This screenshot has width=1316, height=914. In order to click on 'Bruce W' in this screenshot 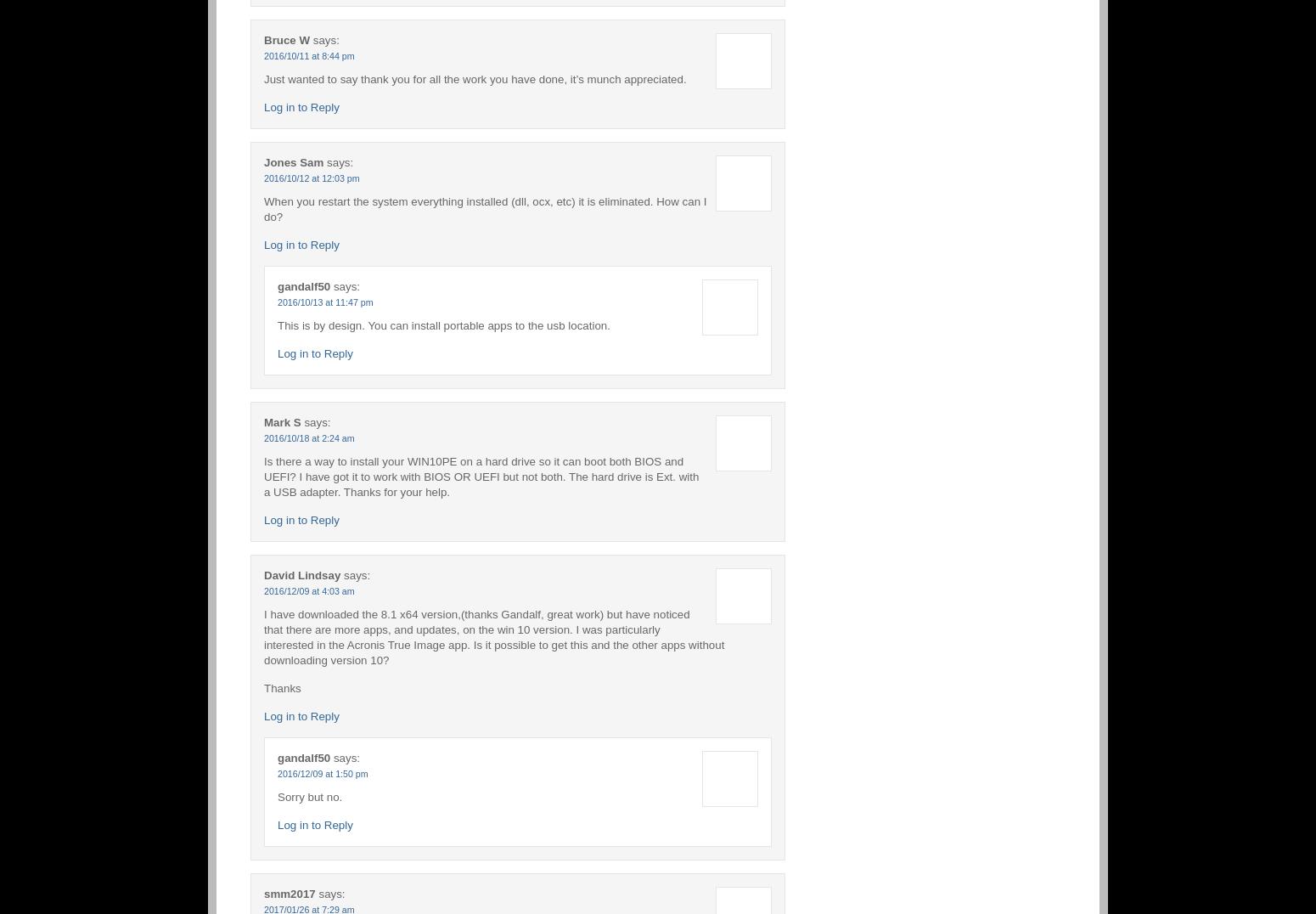, I will do `click(286, 39)`.